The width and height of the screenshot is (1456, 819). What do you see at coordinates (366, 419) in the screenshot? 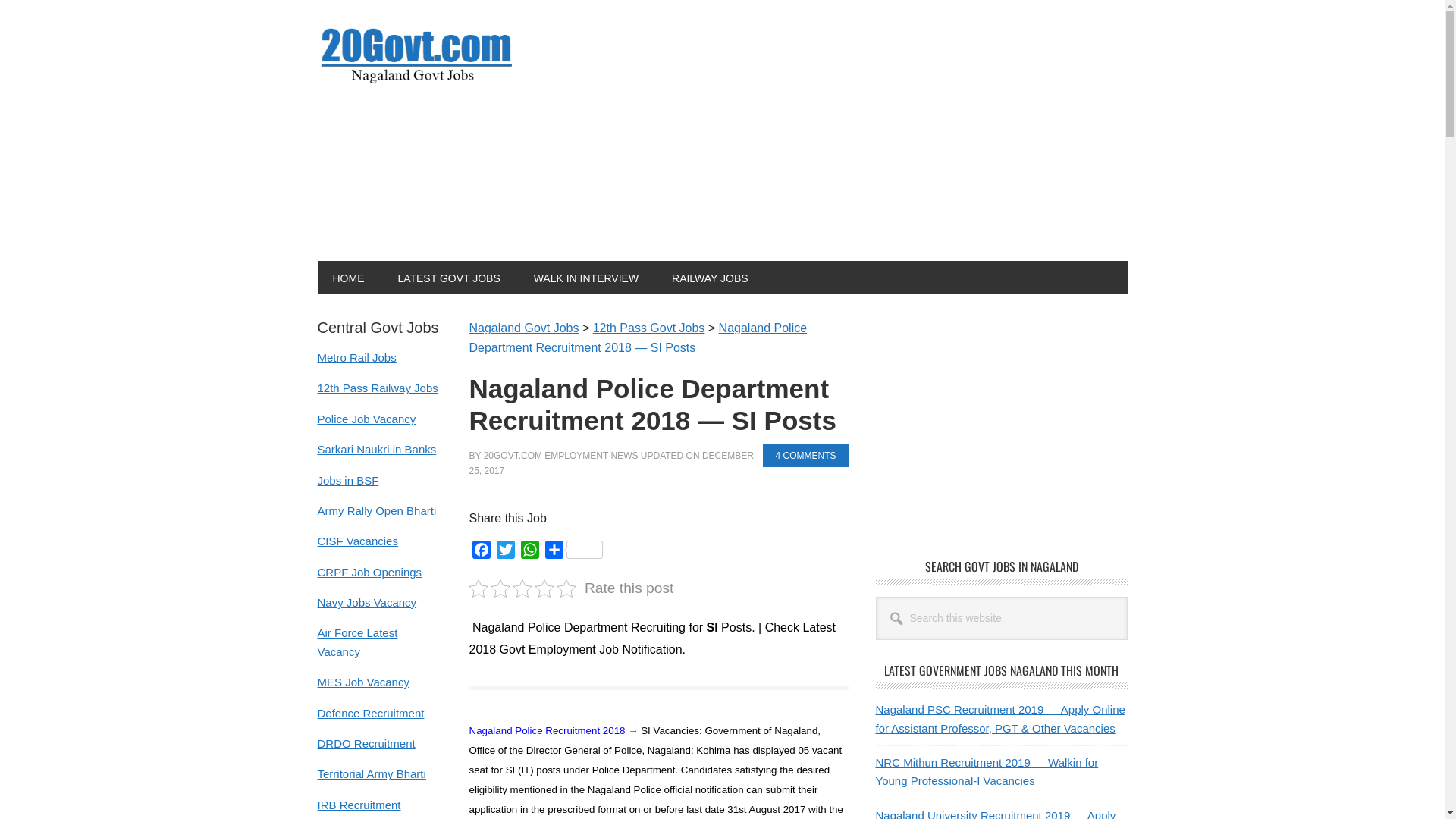
I see `'Police Job Vacancy'` at bounding box center [366, 419].